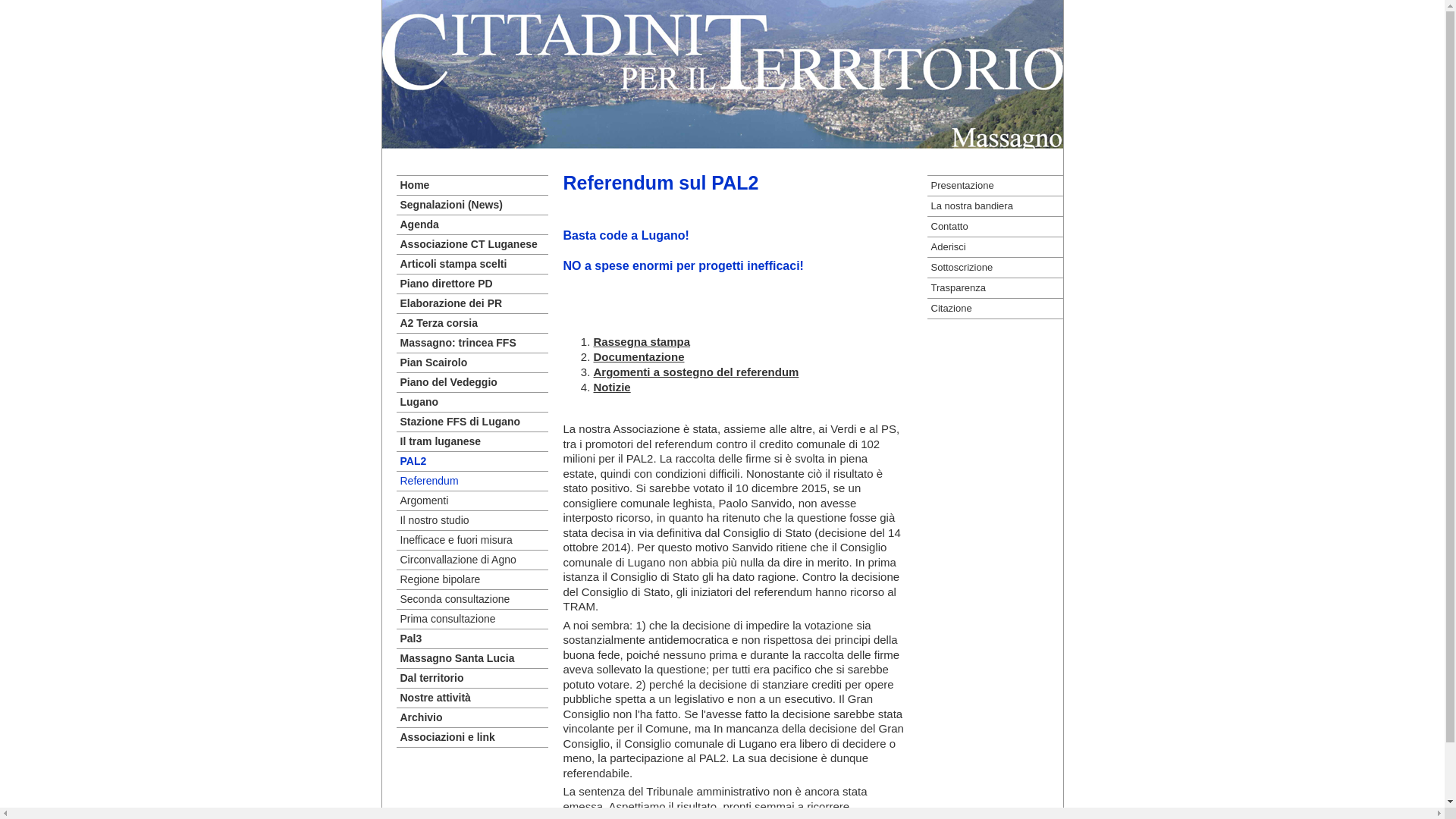 This screenshot has width=1456, height=819. Describe the element at coordinates (994, 267) in the screenshot. I see `'Sottoscrizione'` at that location.